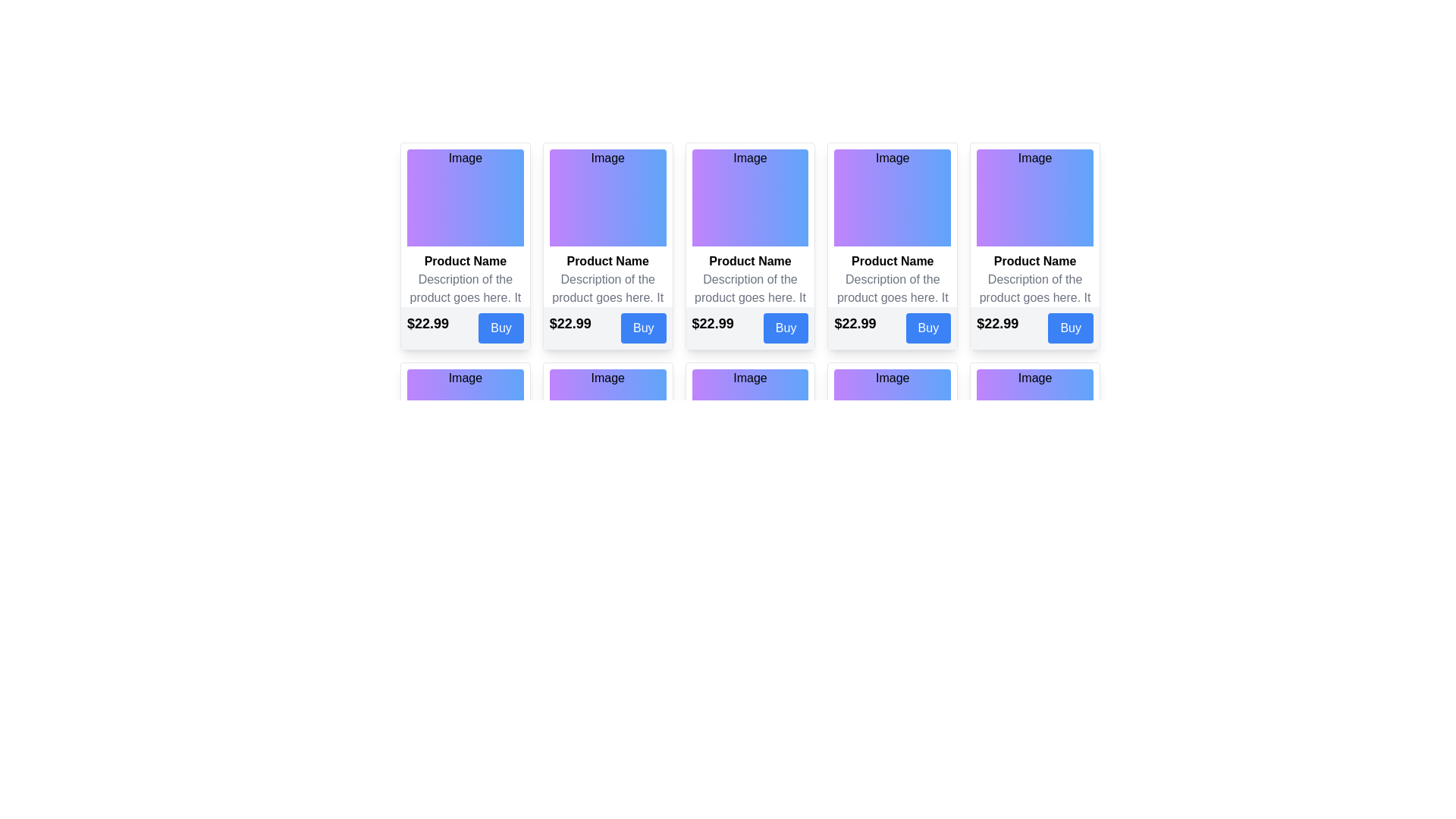 The width and height of the screenshot is (1456, 819). What do you see at coordinates (607, 245) in the screenshot?
I see `product description from the second product card in the grid layout, which features a bordered and rounded design with an image, title, descriptive text, price, and a blue 'Buy' button` at bounding box center [607, 245].